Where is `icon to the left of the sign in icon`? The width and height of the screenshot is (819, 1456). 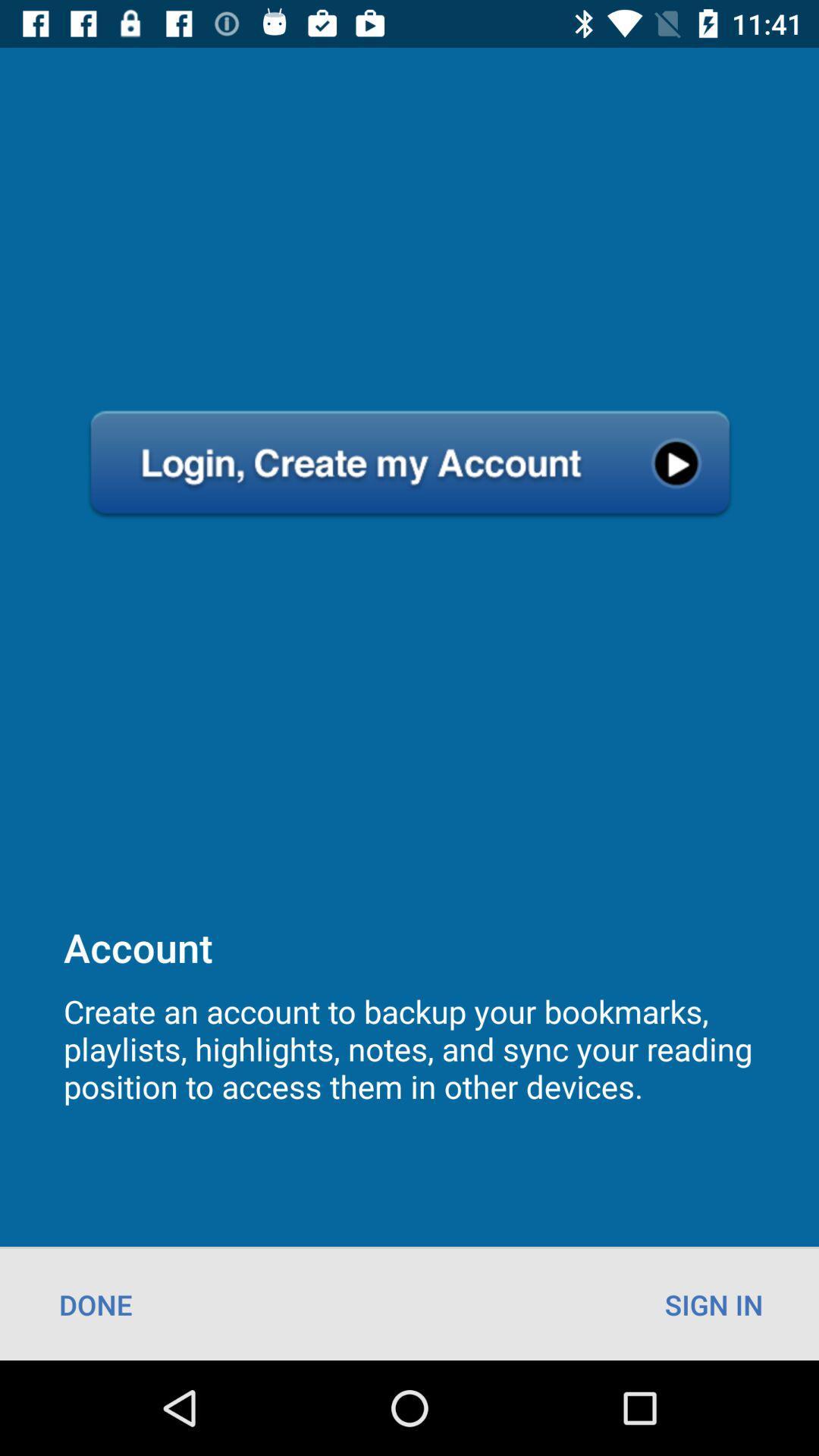
icon to the left of the sign in icon is located at coordinates (96, 1304).